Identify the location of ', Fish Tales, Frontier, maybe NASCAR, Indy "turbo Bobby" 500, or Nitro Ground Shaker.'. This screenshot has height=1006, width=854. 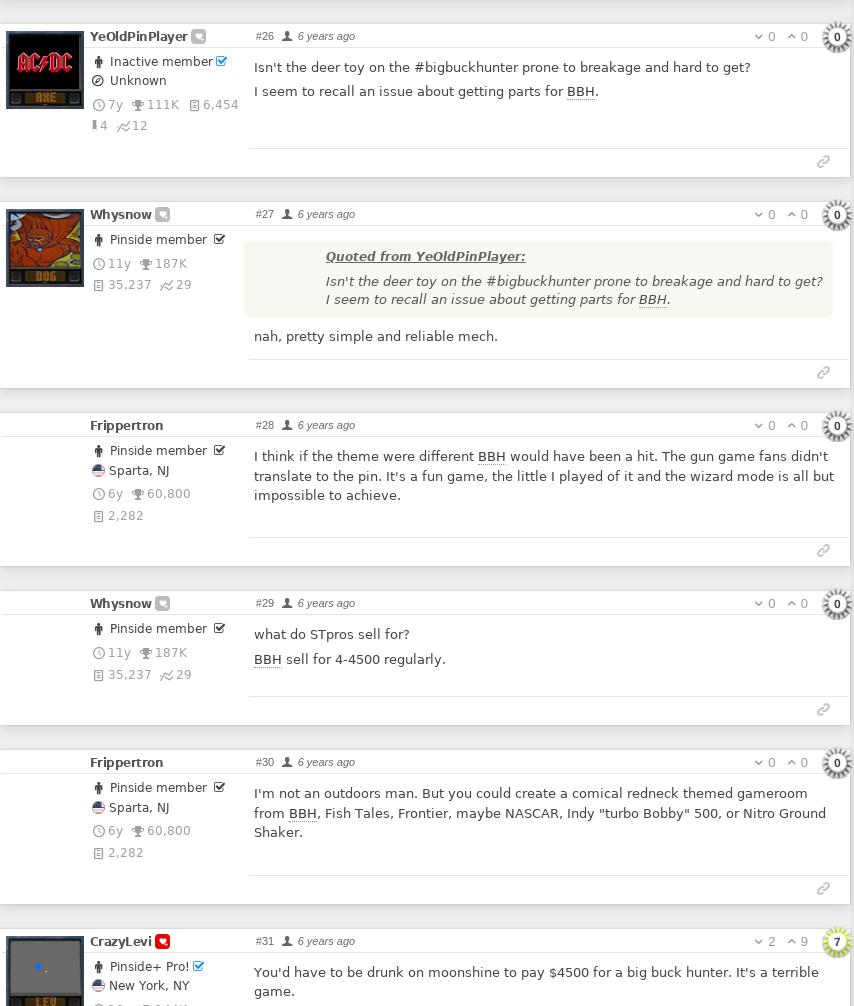
(538, 821).